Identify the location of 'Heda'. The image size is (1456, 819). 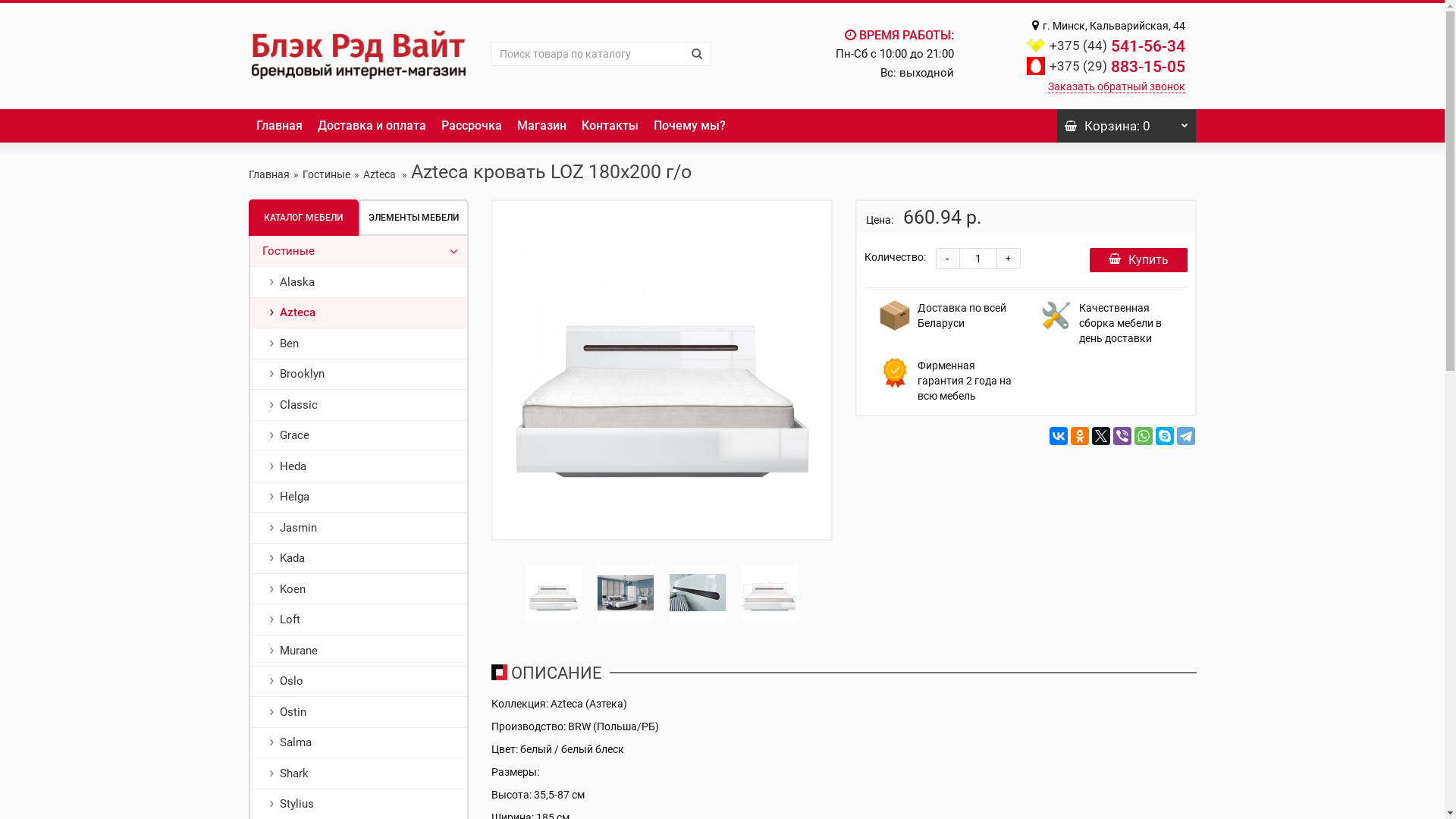
(358, 465).